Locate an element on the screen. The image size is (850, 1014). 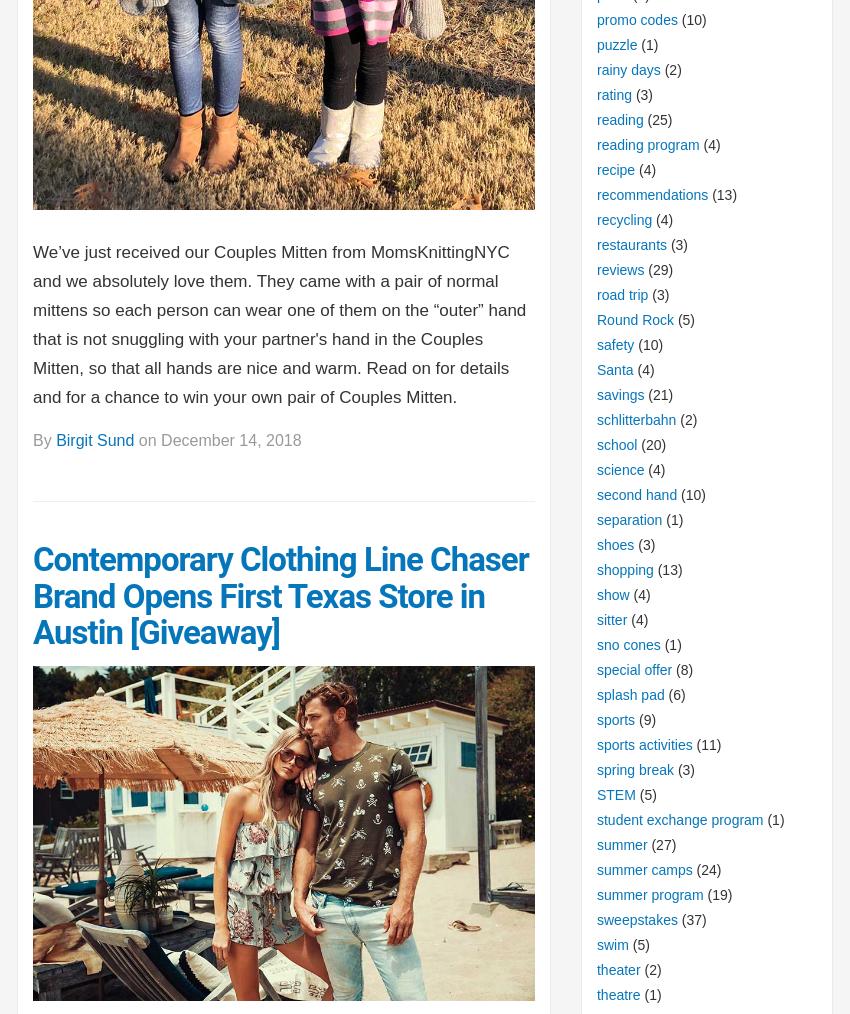
'(8)' is located at coordinates (672, 669).